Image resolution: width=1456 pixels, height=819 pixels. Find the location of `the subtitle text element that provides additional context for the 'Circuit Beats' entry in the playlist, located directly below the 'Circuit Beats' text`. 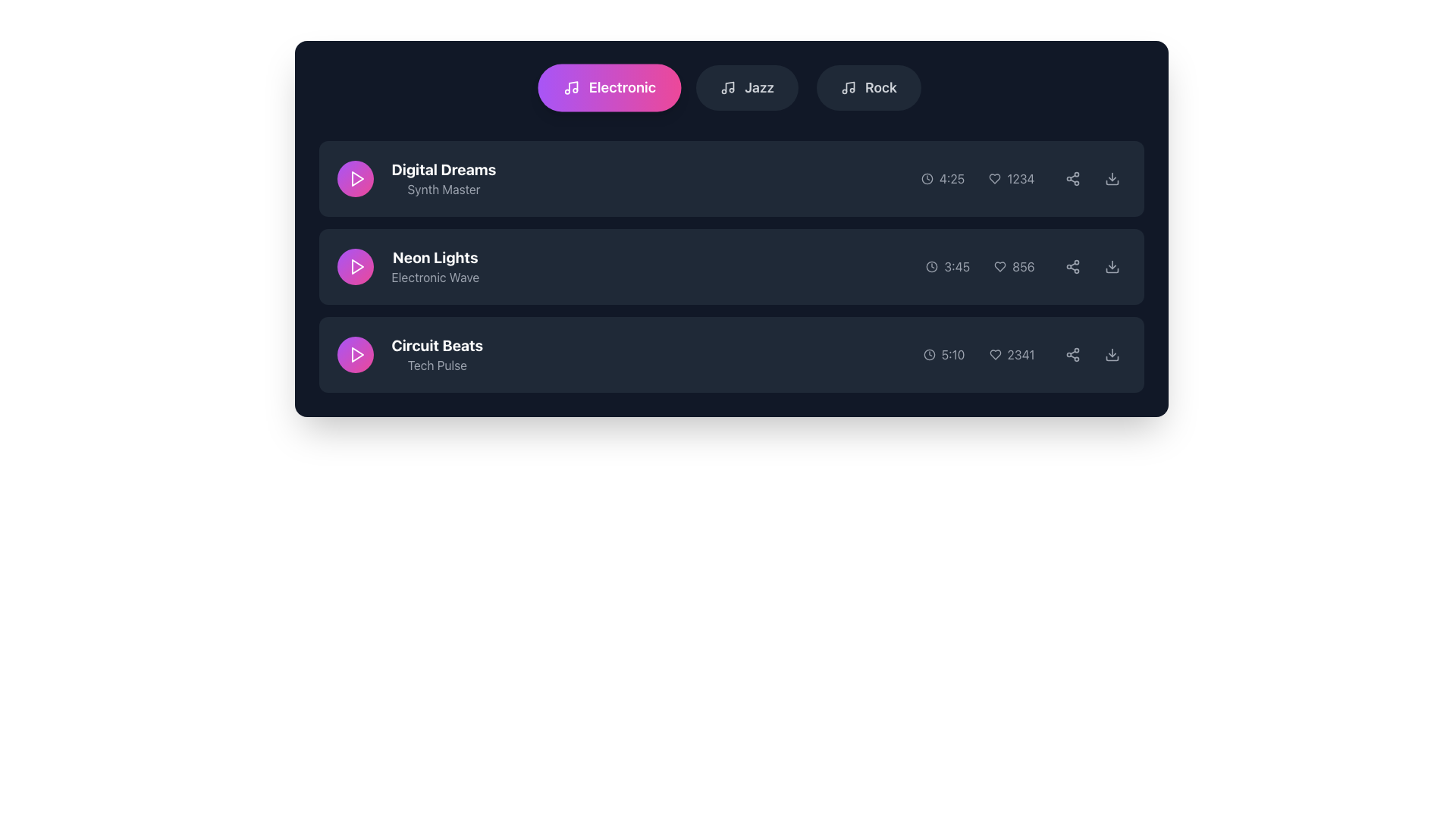

the subtitle text element that provides additional context for the 'Circuit Beats' entry in the playlist, located directly below the 'Circuit Beats' text is located at coordinates (436, 366).